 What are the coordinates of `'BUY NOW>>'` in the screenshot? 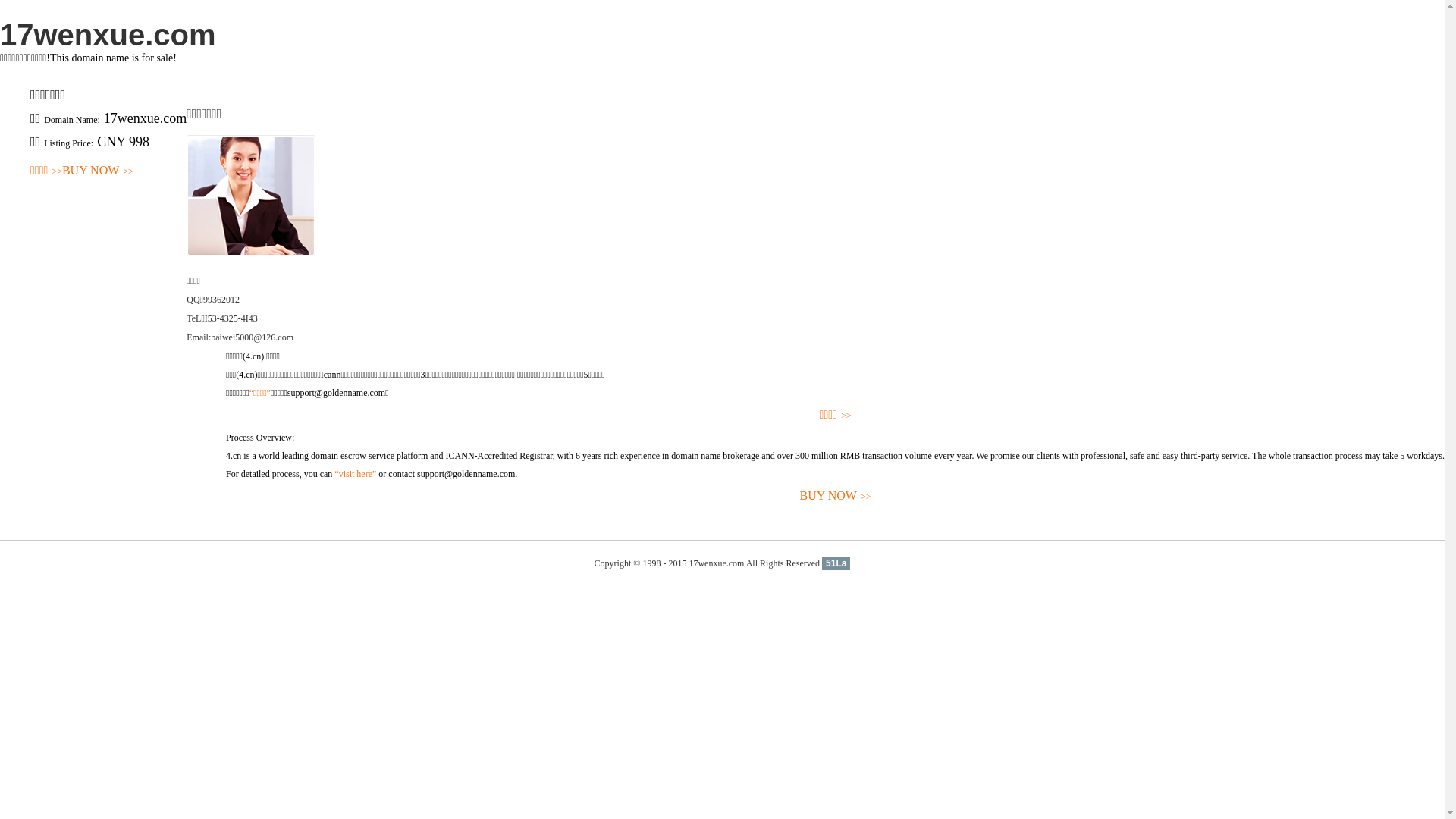 It's located at (97, 171).